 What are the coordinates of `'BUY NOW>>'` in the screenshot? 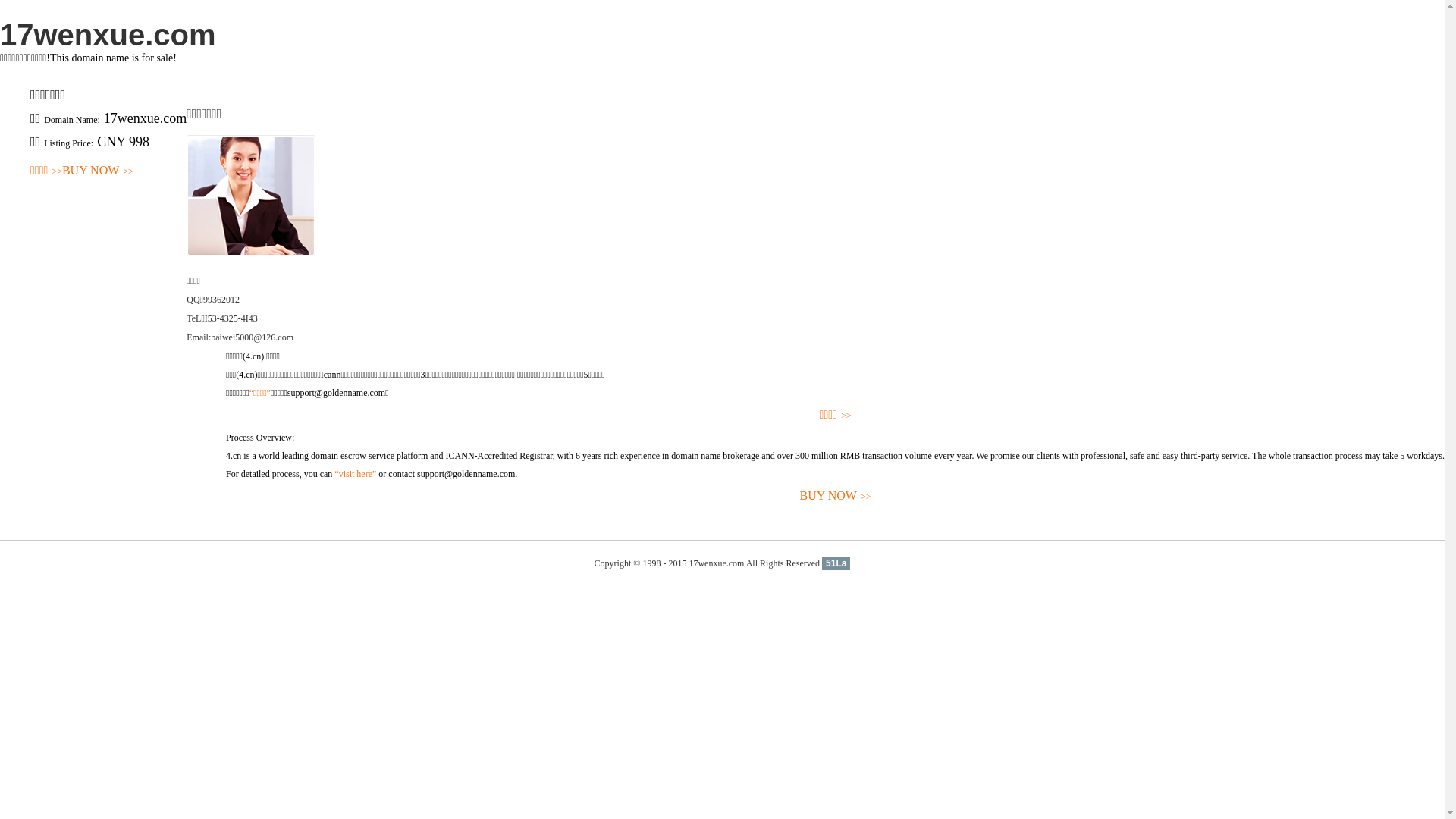 It's located at (97, 171).